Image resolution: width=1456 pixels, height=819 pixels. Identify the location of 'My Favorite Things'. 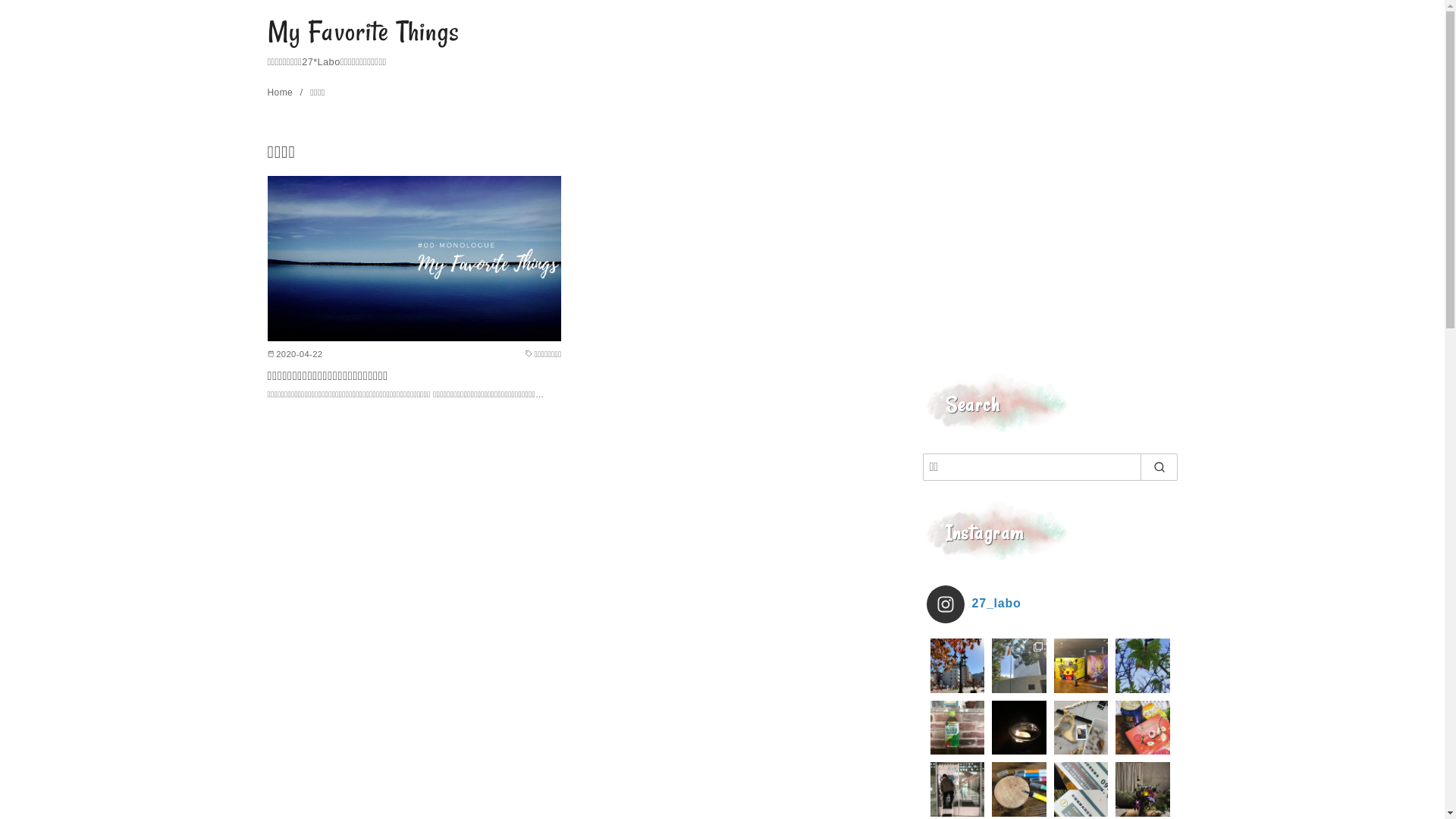
(362, 31).